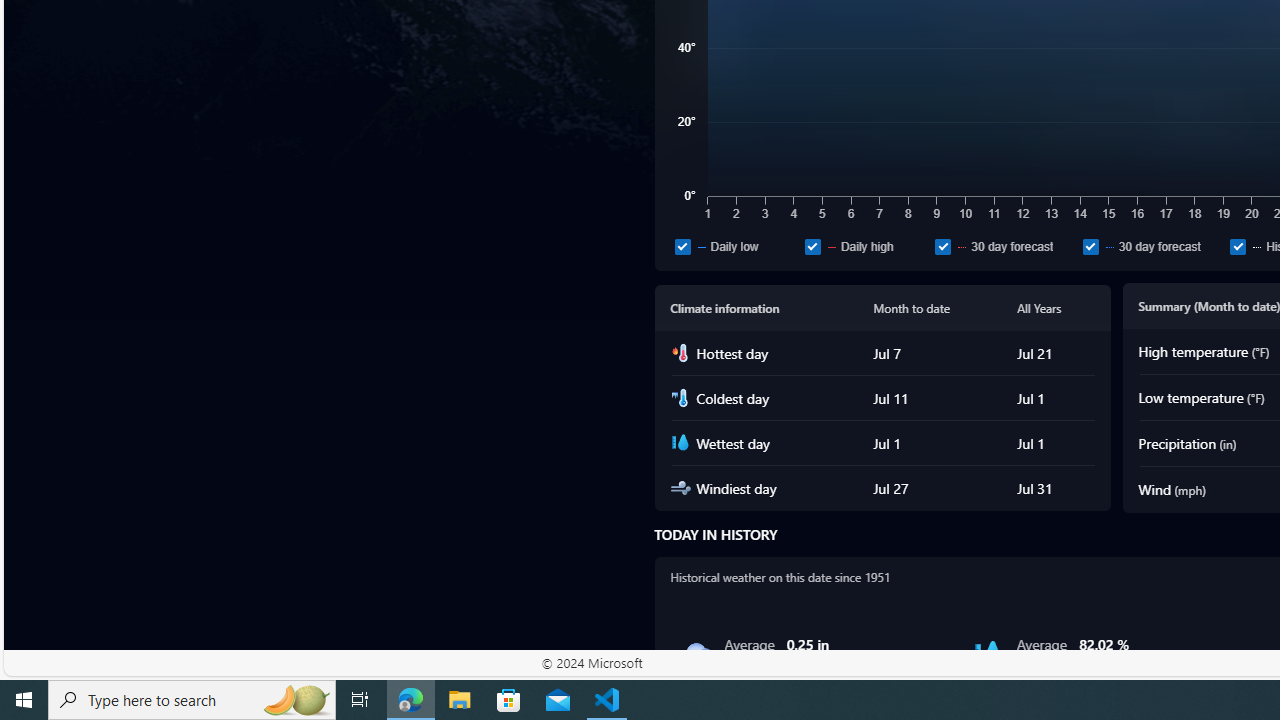  I want to click on 'Daily low', so click(682, 245).